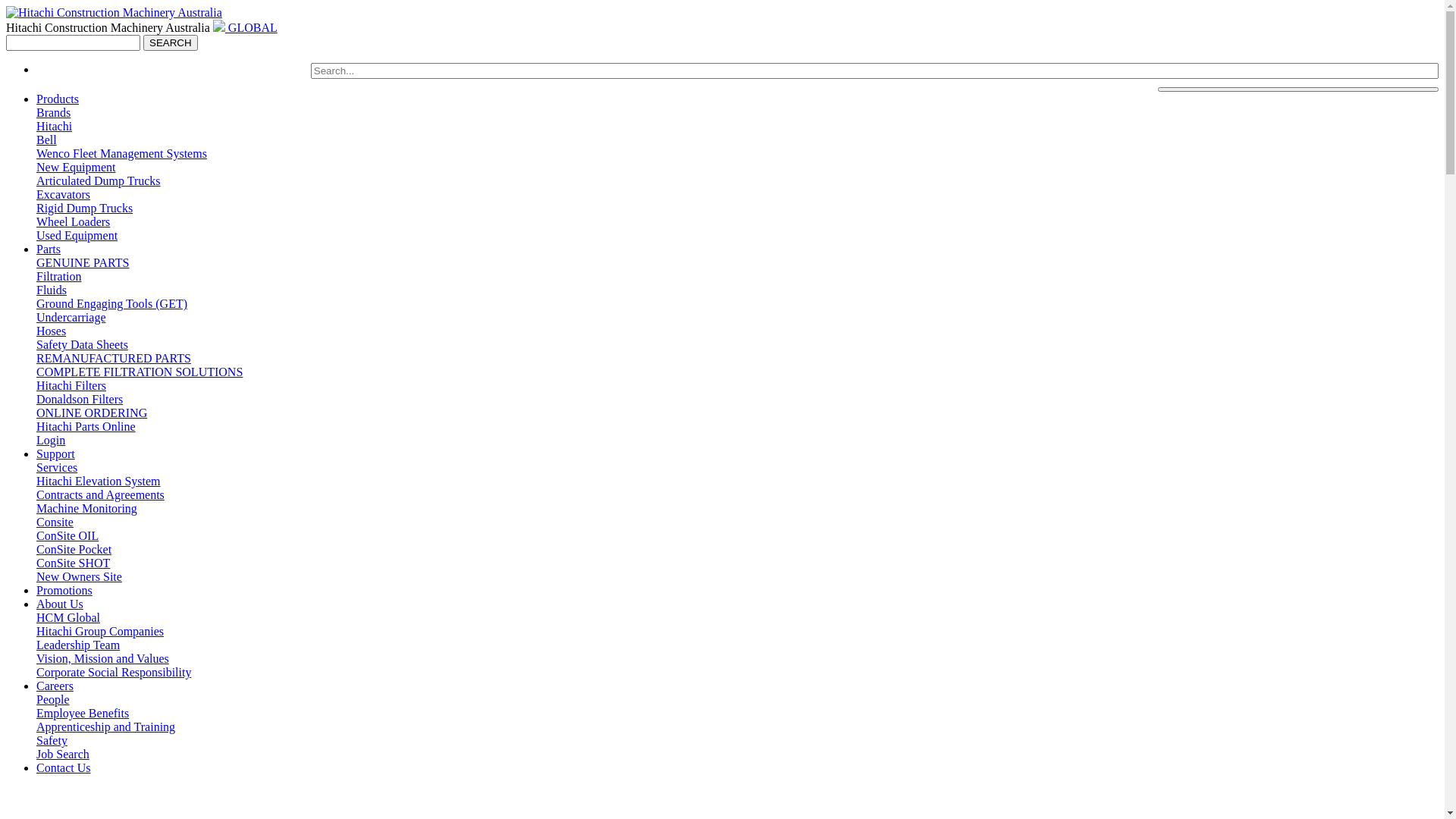 Image resolution: width=1456 pixels, height=819 pixels. What do you see at coordinates (58, 99) in the screenshot?
I see `'Products'` at bounding box center [58, 99].